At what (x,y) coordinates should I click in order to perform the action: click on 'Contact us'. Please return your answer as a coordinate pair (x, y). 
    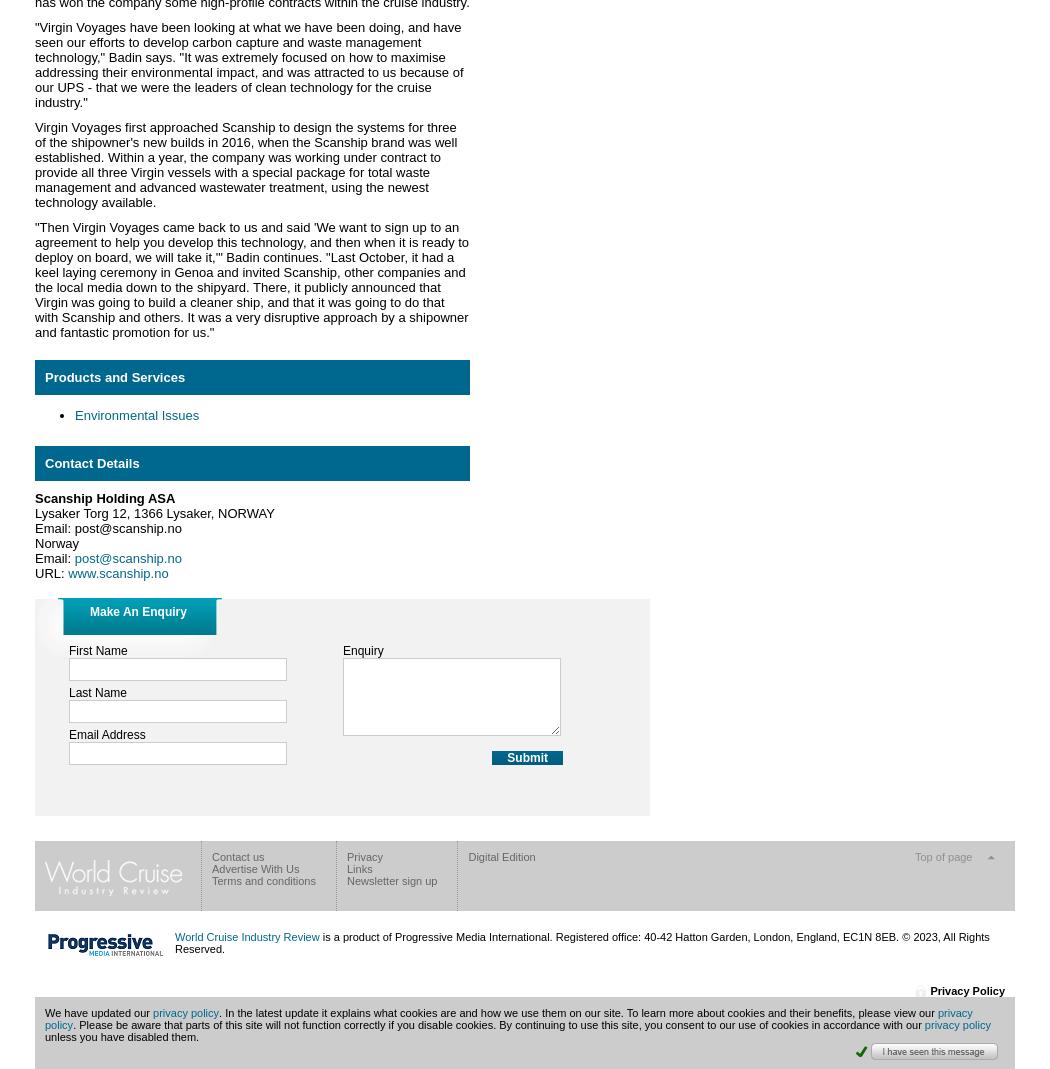
    Looking at the image, I should click on (238, 856).